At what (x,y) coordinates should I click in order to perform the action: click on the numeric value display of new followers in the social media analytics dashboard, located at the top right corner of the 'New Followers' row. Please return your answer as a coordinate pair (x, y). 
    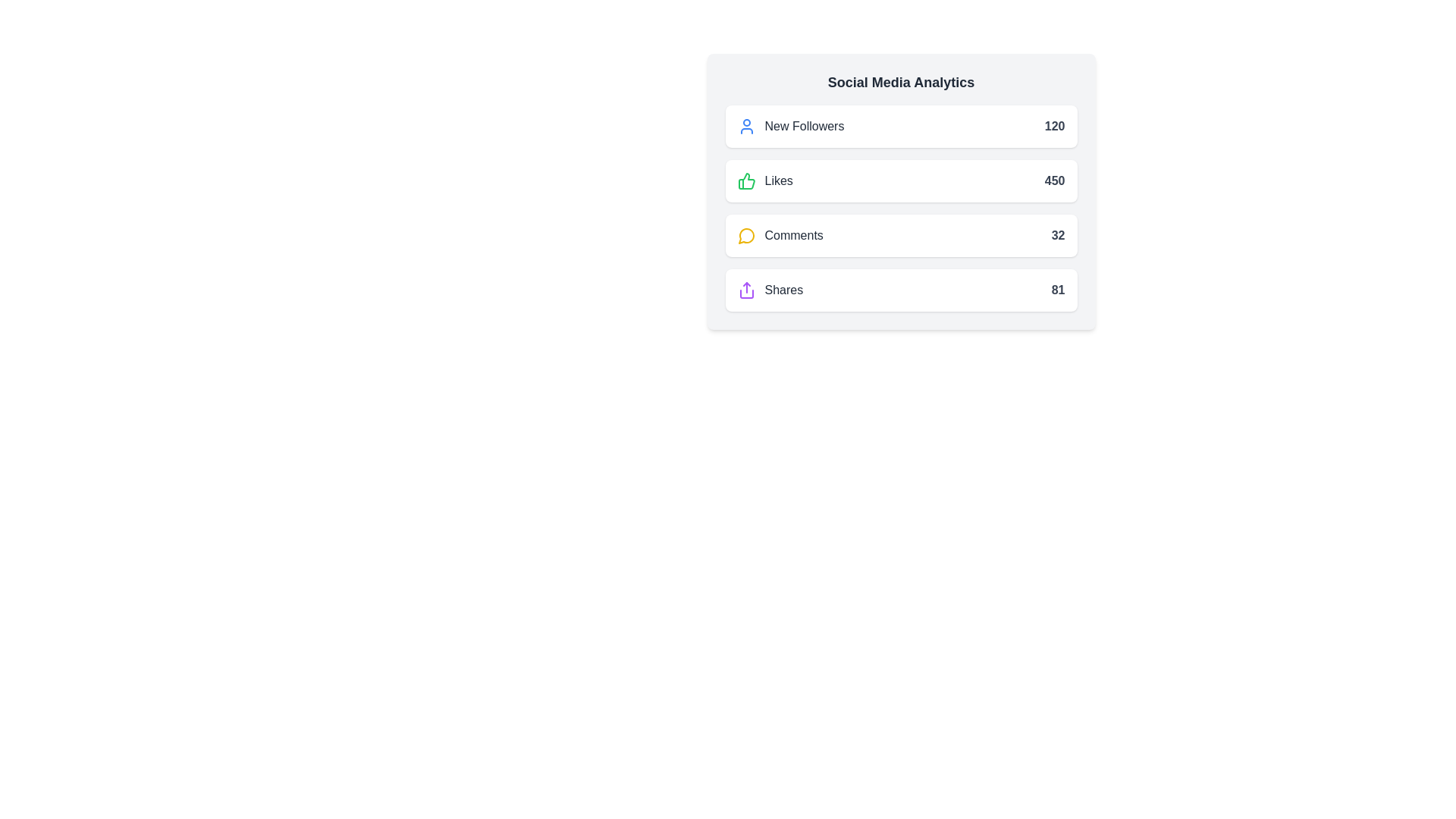
    Looking at the image, I should click on (1054, 125).